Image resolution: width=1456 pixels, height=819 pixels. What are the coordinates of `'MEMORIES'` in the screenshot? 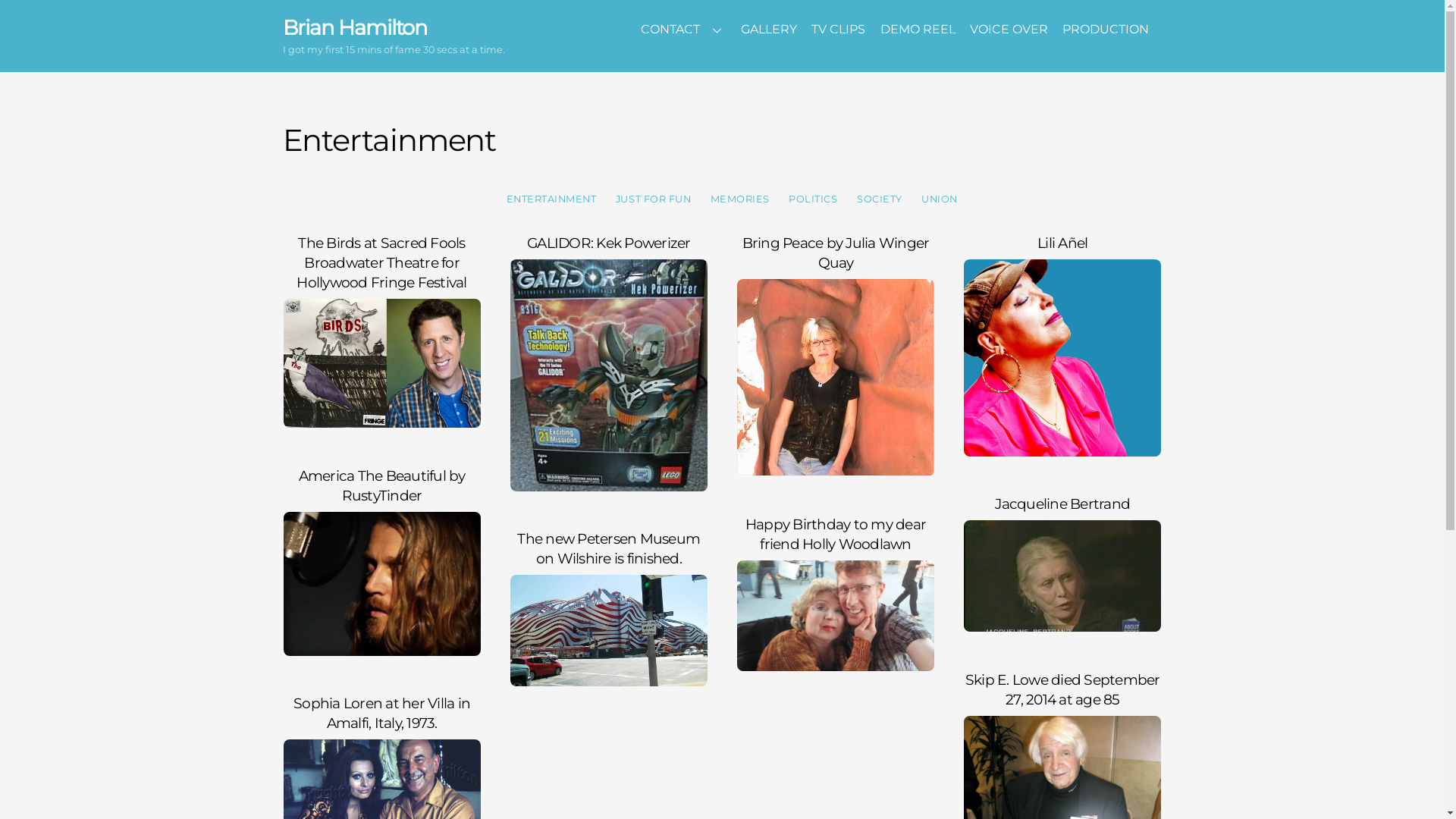 It's located at (700, 198).